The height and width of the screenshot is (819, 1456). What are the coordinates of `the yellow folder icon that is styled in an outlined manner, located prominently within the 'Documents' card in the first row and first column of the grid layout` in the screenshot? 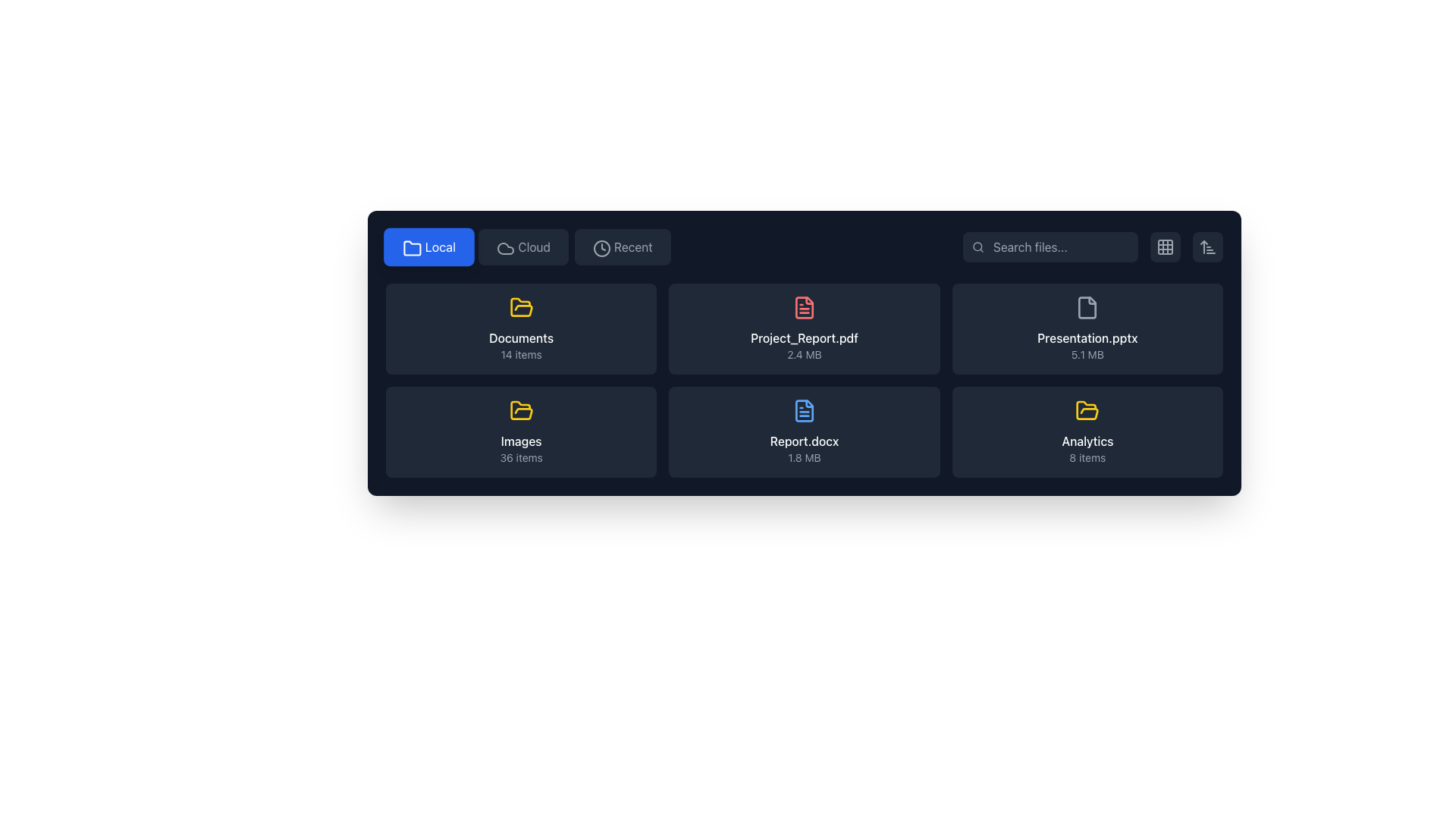 It's located at (521, 307).